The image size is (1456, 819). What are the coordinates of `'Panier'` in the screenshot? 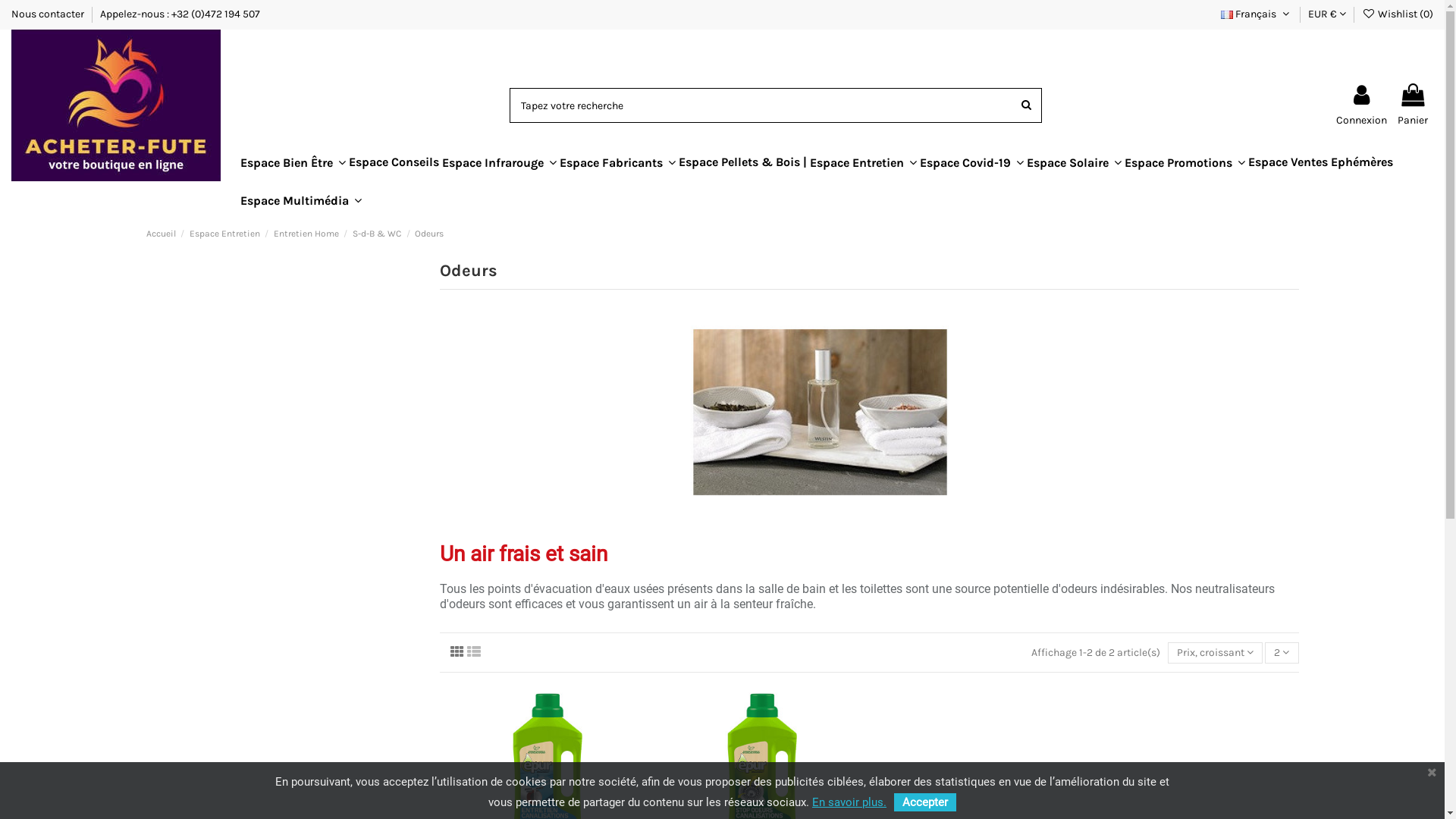 It's located at (1411, 104).